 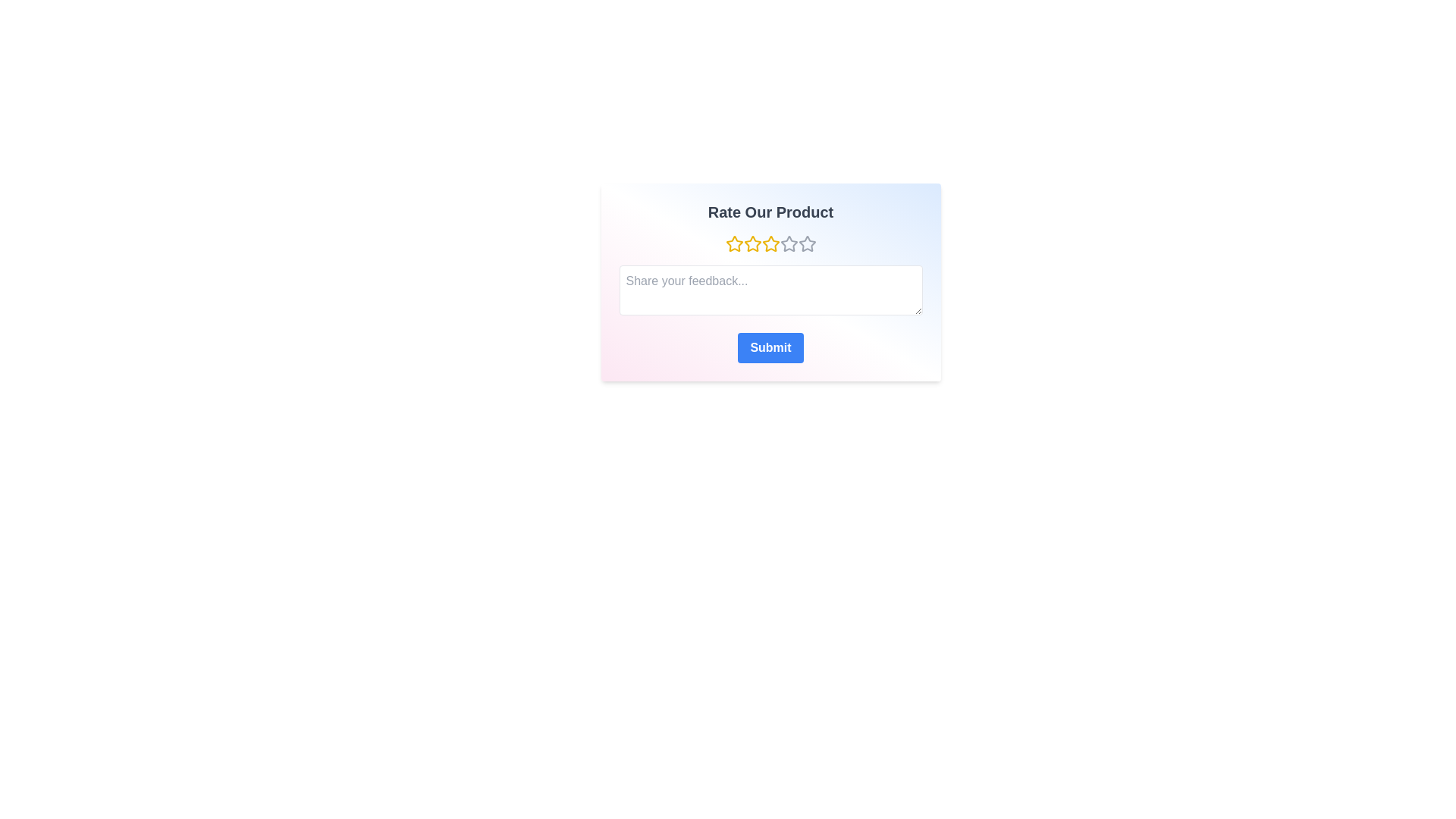 What do you see at coordinates (806, 243) in the screenshot?
I see `the star representing 5 to set the rating` at bounding box center [806, 243].